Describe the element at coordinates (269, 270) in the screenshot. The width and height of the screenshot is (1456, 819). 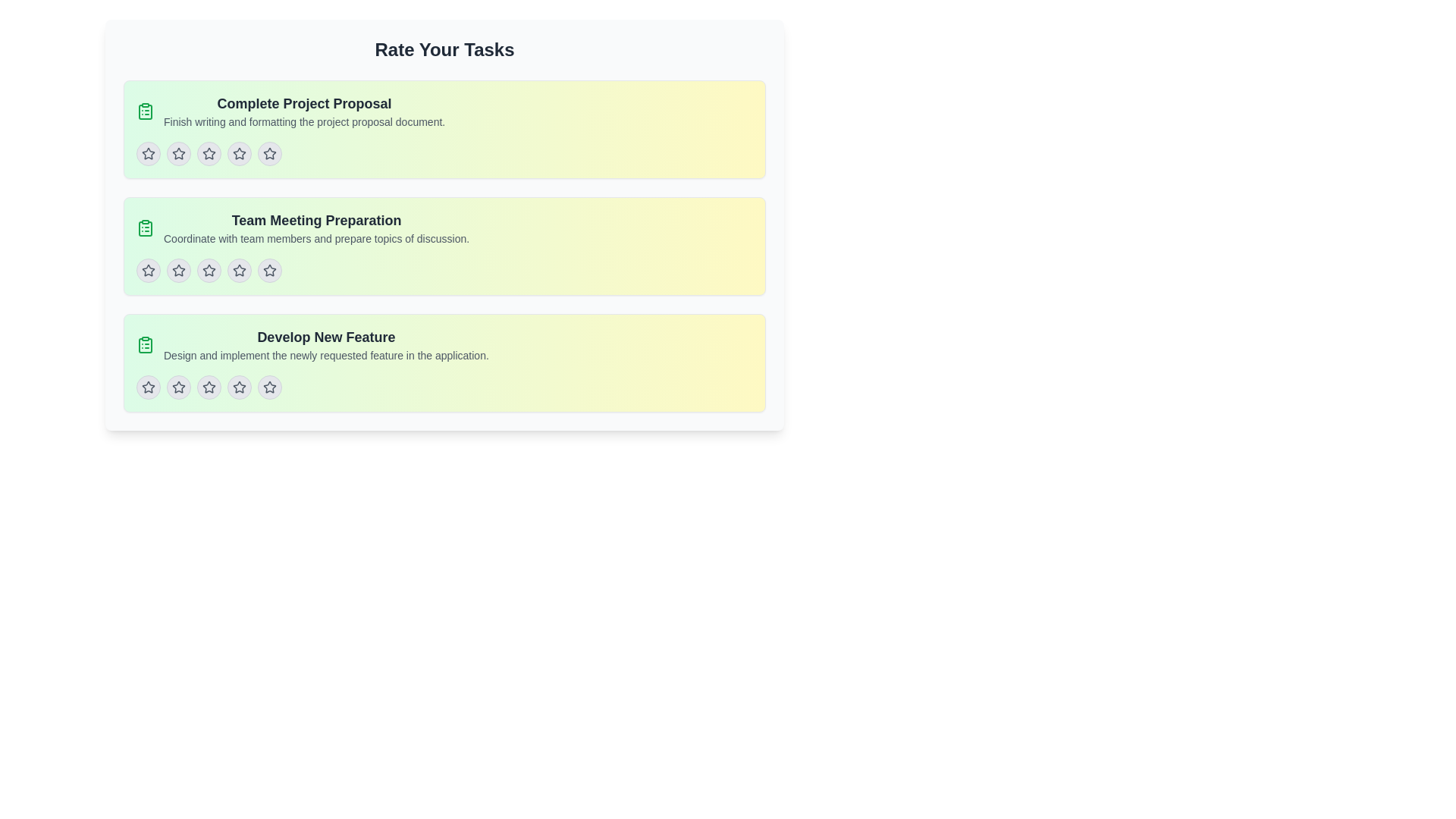
I see `the star-shaped icon representing the rating feature in the 'Team Meeting Preparation' task section, which is the fourth star icon from the left in the rating row` at that location.